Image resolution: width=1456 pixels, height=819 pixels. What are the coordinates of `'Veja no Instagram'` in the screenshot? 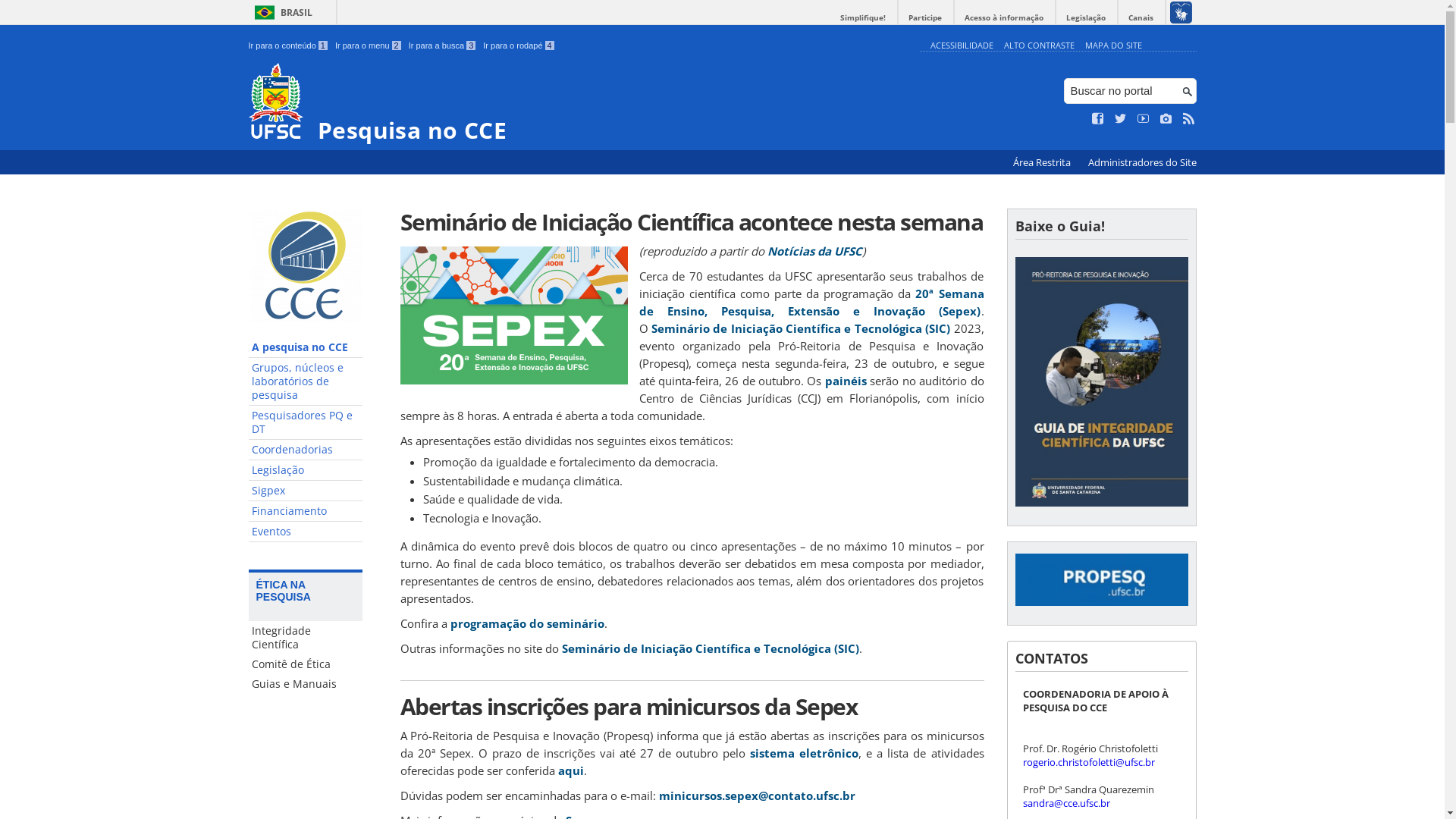 It's located at (1165, 118).